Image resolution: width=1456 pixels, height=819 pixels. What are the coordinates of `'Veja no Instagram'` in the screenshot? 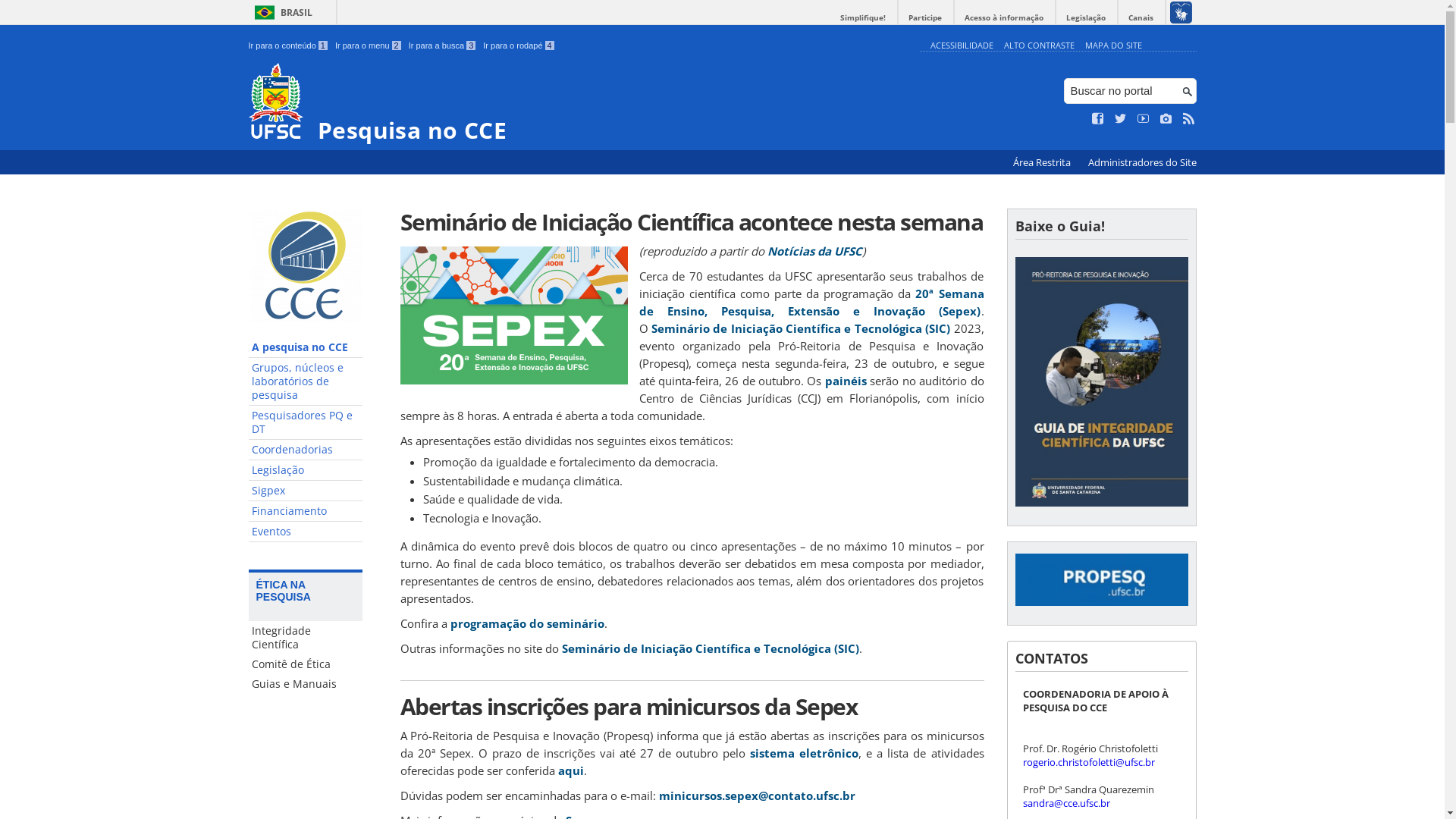 It's located at (1165, 118).